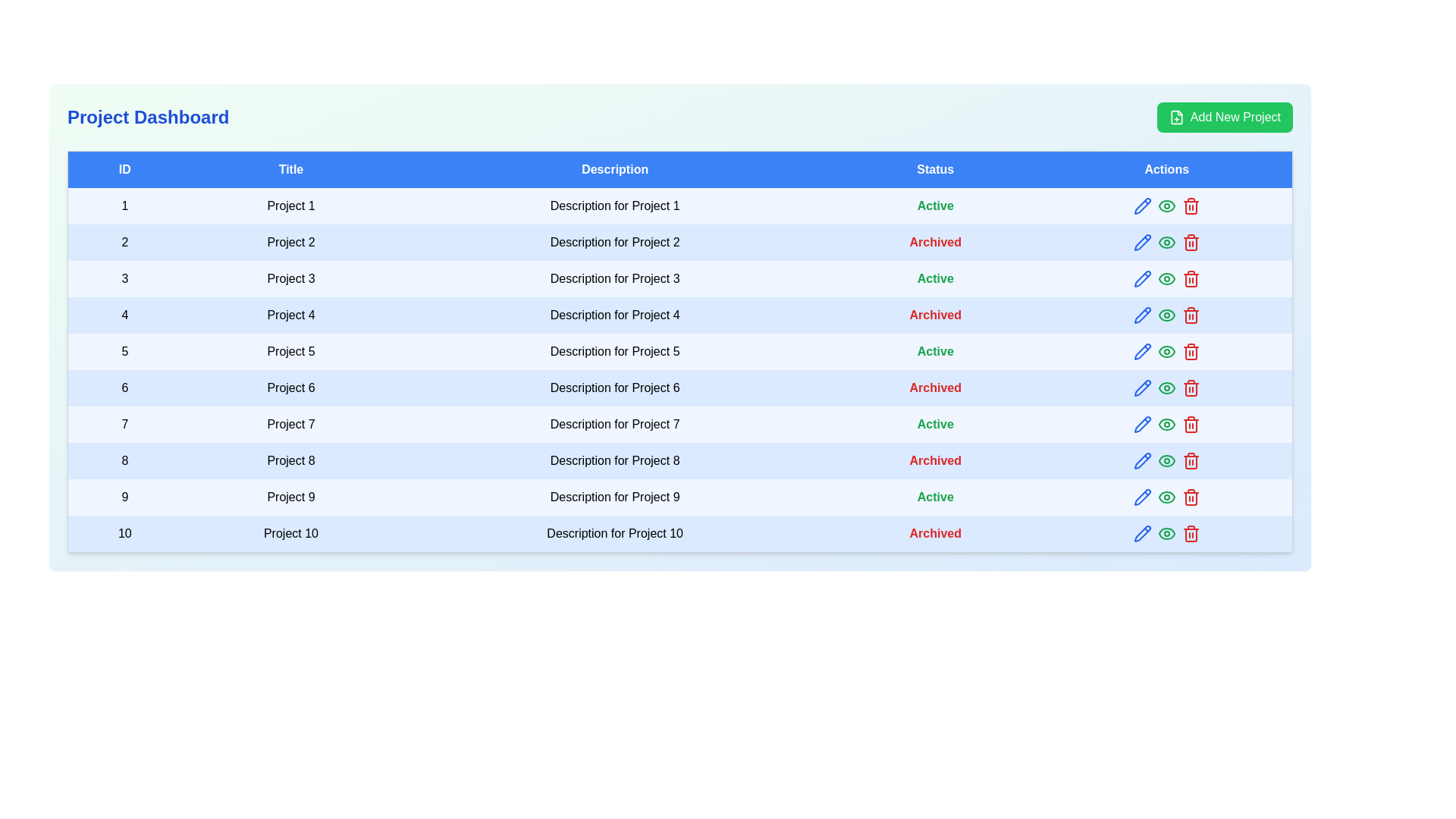 This screenshot has width=1456, height=819. Describe the element at coordinates (1224, 116) in the screenshot. I see `the 'Add New Project' button` at that location.